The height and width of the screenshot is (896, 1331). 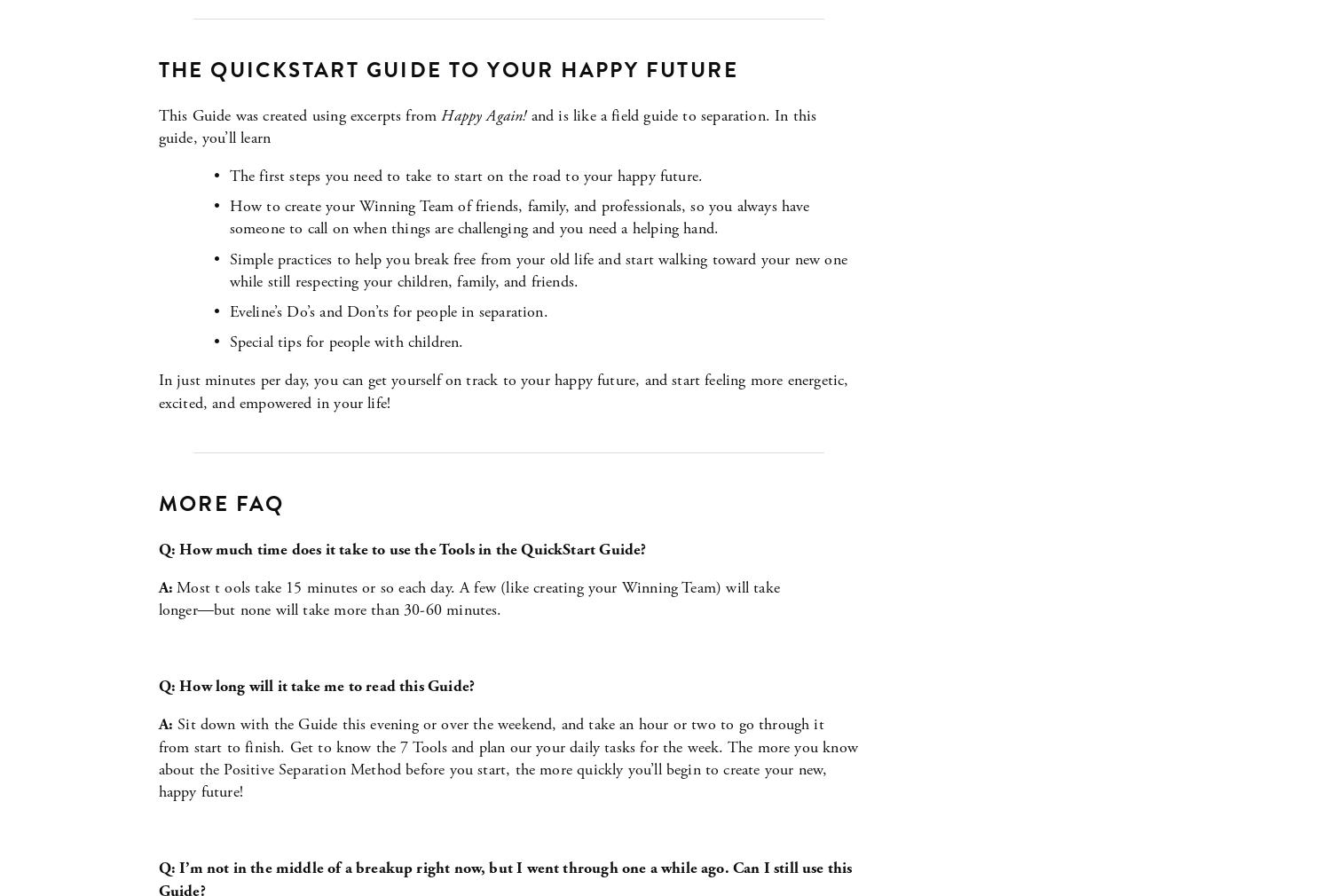 What do you see at coordinates (539, 270) in the screenshot?
I see `'Simple practices to help you break free from your old life and start walking toward your new one while still respecting your children, family, and friends.'` at bounding box center [539, 270].